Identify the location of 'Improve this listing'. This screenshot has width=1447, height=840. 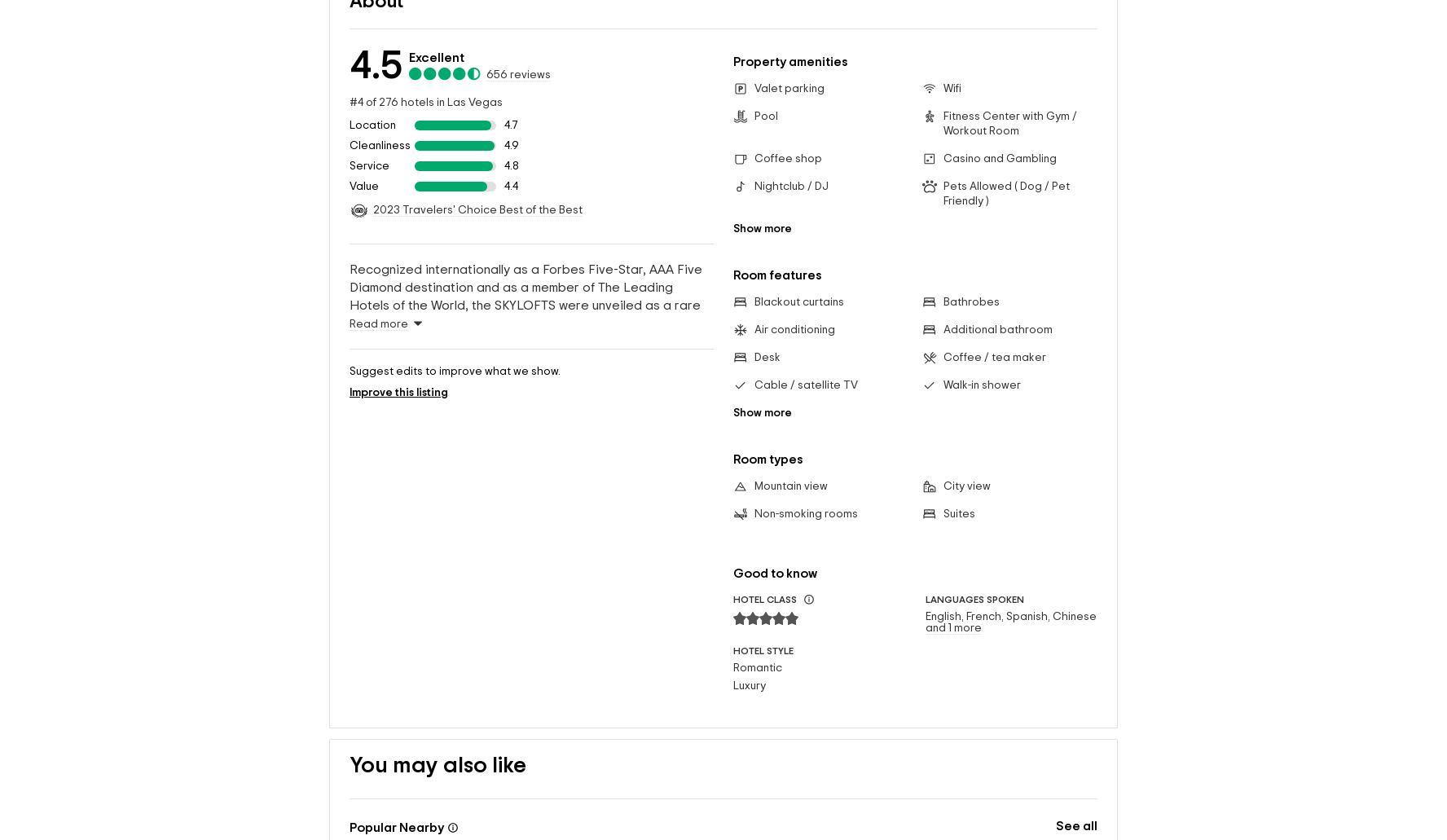
(398, 508).